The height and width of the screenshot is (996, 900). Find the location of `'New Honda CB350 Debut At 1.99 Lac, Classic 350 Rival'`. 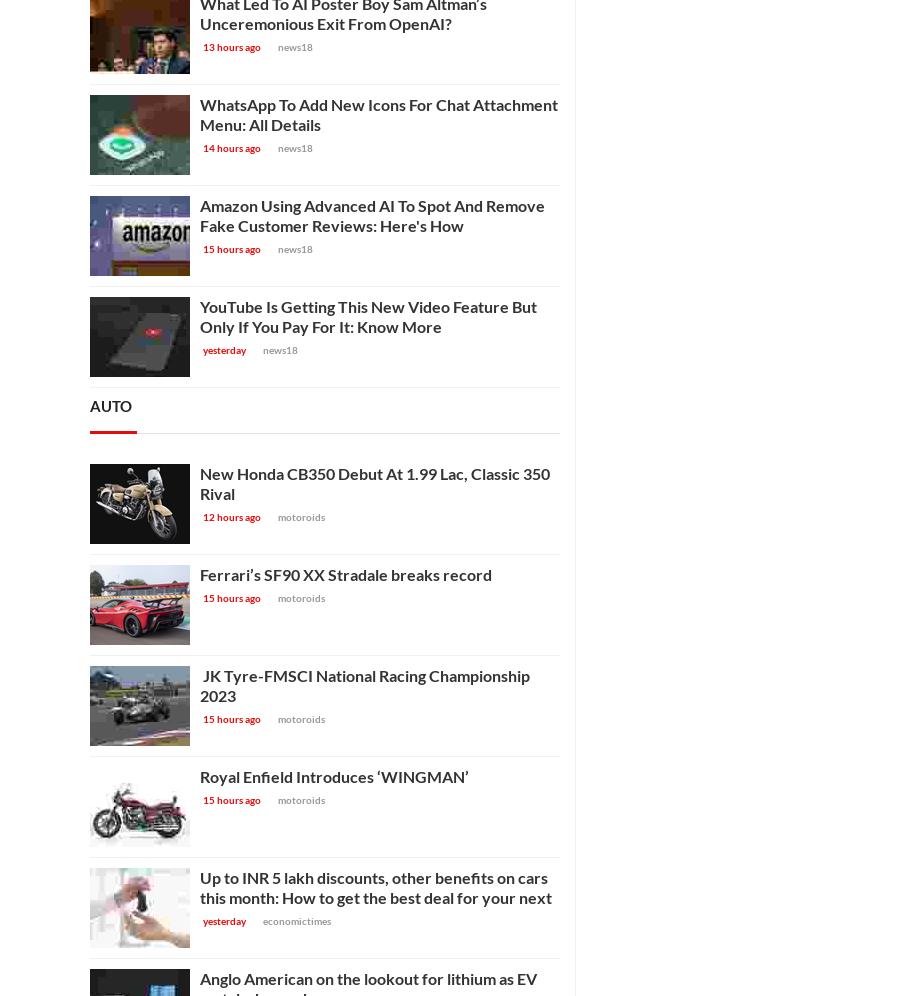

'New Honda CB350 Debut At 1.99 Lac, Classic 350 Rival' is located at coordinates (375, 481).